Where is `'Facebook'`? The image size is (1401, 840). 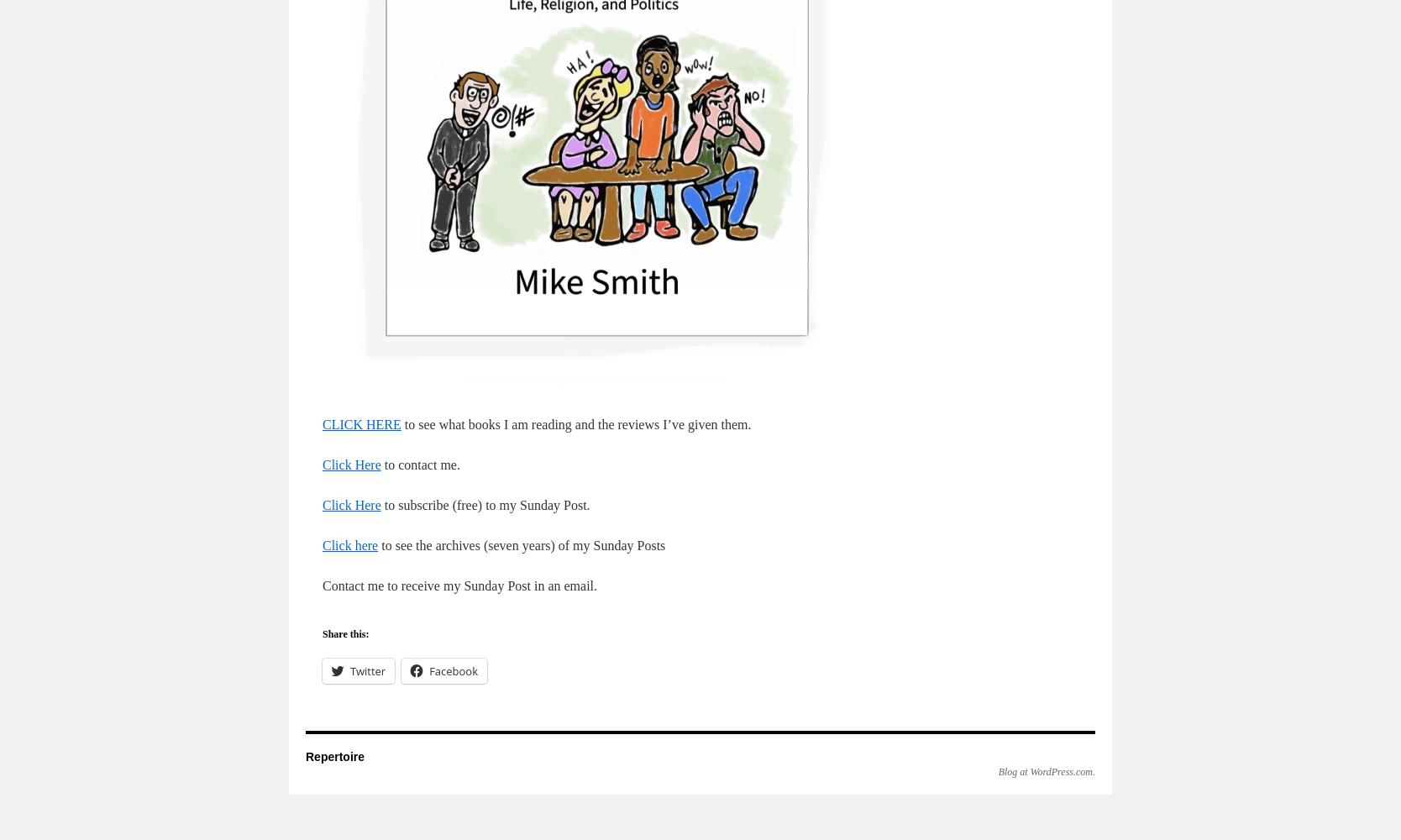
'Facebook' is located at coordinates (452, 671).